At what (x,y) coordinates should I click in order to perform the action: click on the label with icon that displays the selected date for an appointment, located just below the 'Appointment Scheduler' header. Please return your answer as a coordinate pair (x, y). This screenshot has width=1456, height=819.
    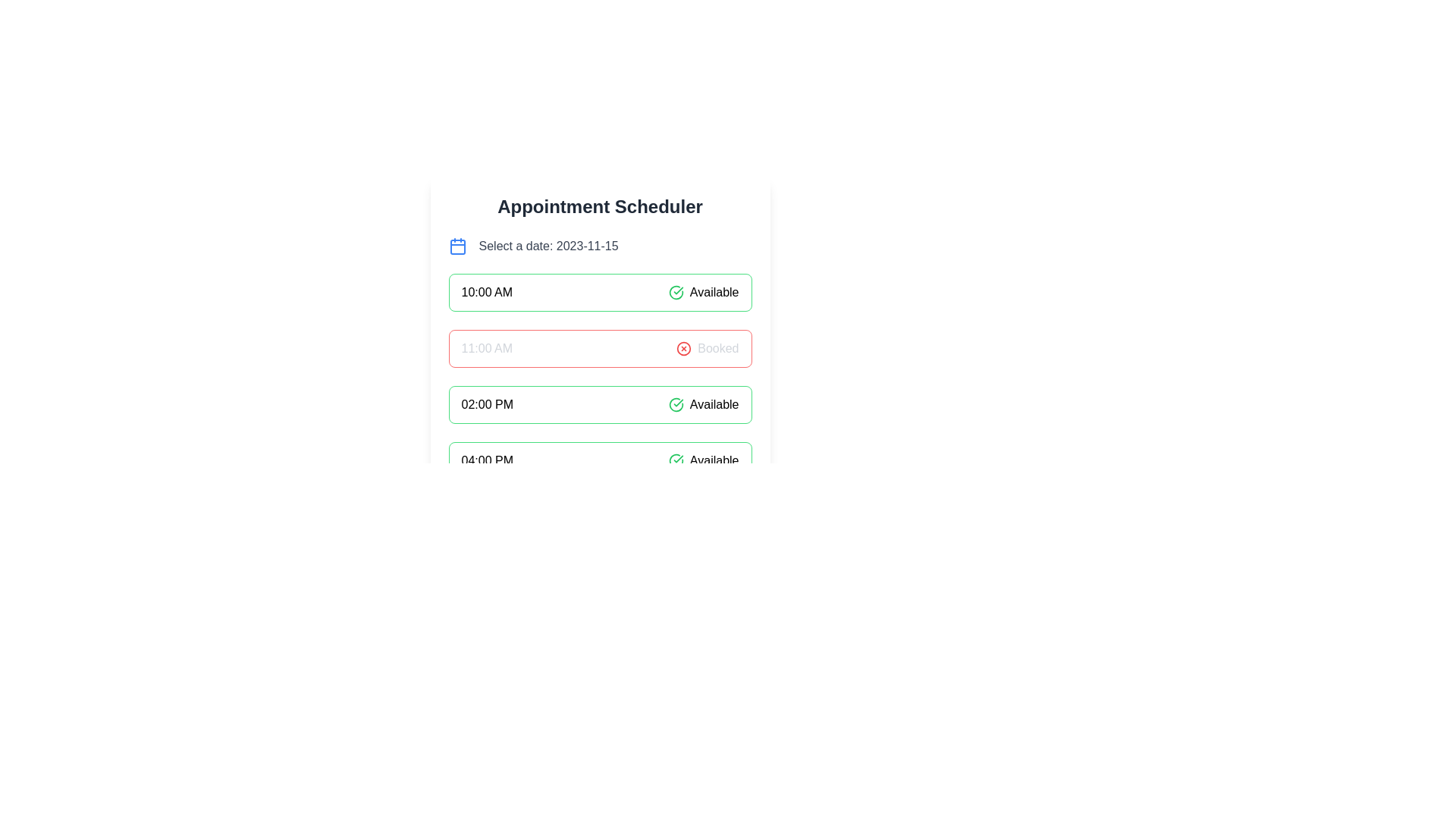
    Looking at the image, I should click on (599, 245).